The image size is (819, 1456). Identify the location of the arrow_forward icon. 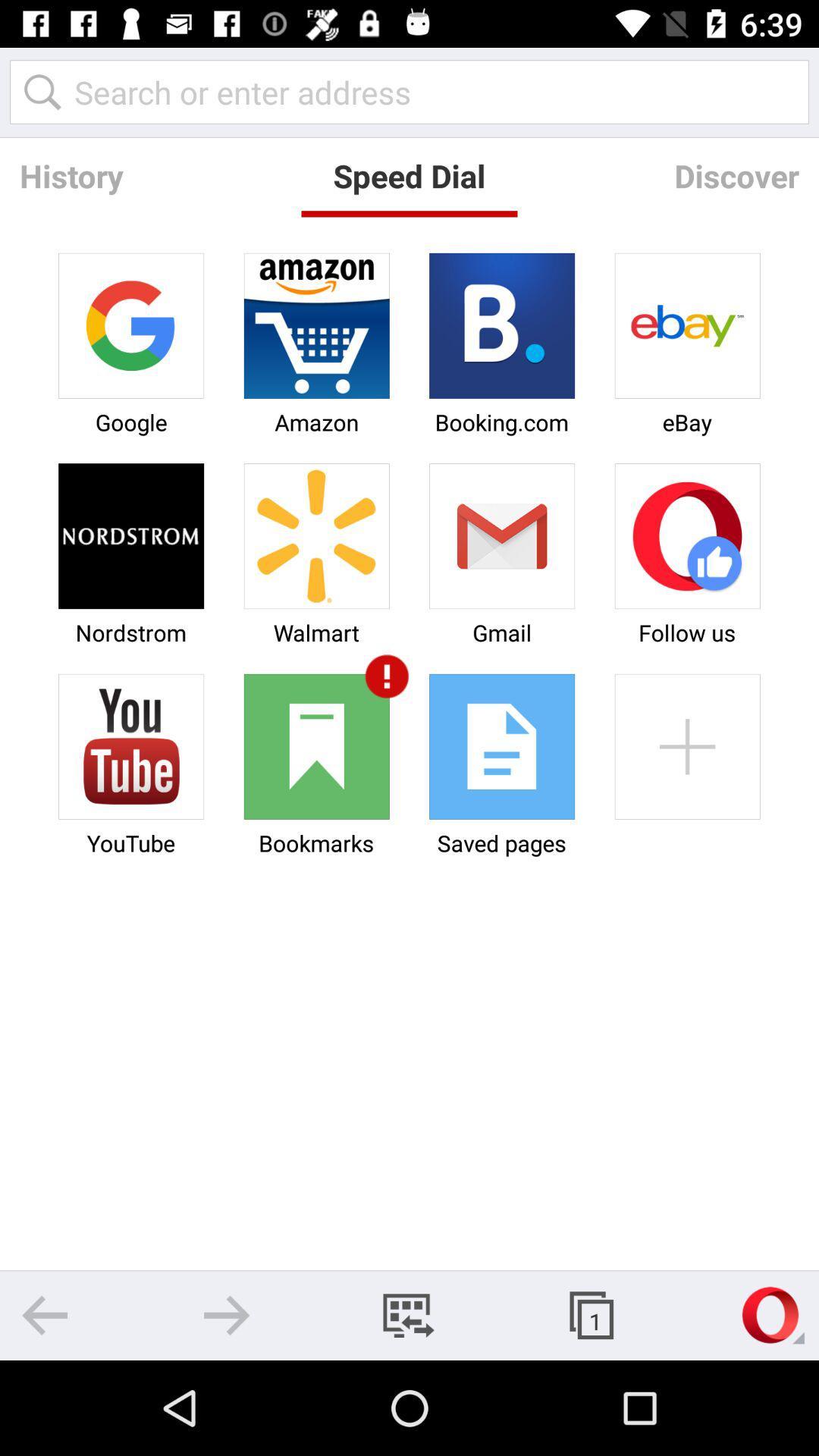
(227, 1314).